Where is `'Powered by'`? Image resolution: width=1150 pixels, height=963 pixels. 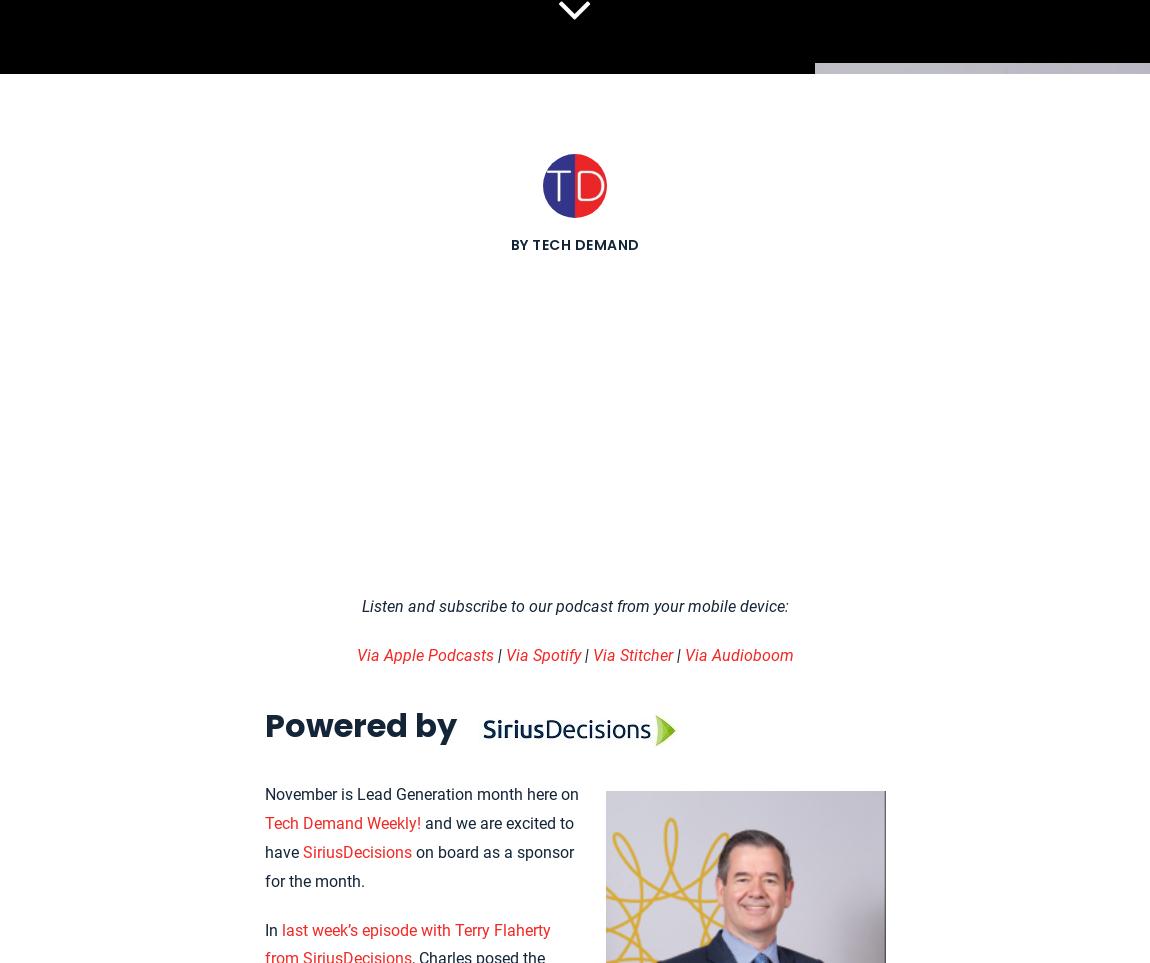 'Powered by' is located at coordinates (370, 723).